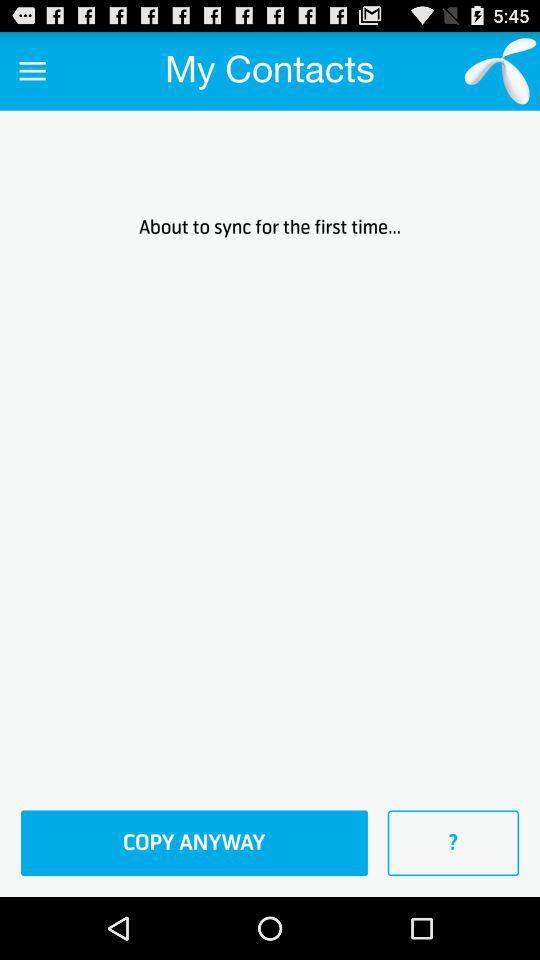 This screenshot has height=960, width=540. I want to click on the icon to the right of the copy anyway icon, so click(453, 842).